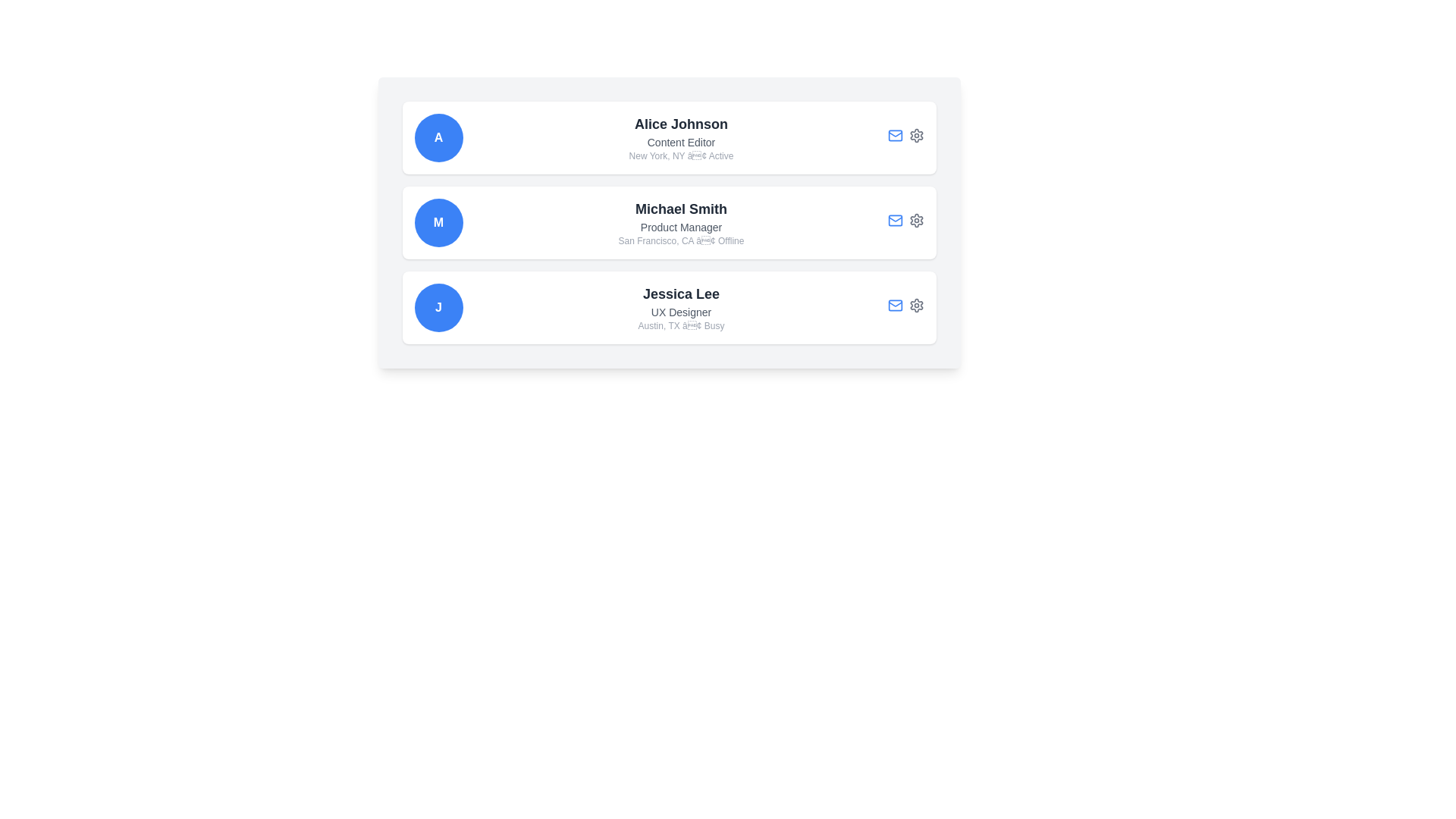  What do you see at coordinates (680, 222) in the screenshot?
I see `the information display panel that summarizes personal and professional information, located as the second card in a vertical list` at bounding box center [680, 222].